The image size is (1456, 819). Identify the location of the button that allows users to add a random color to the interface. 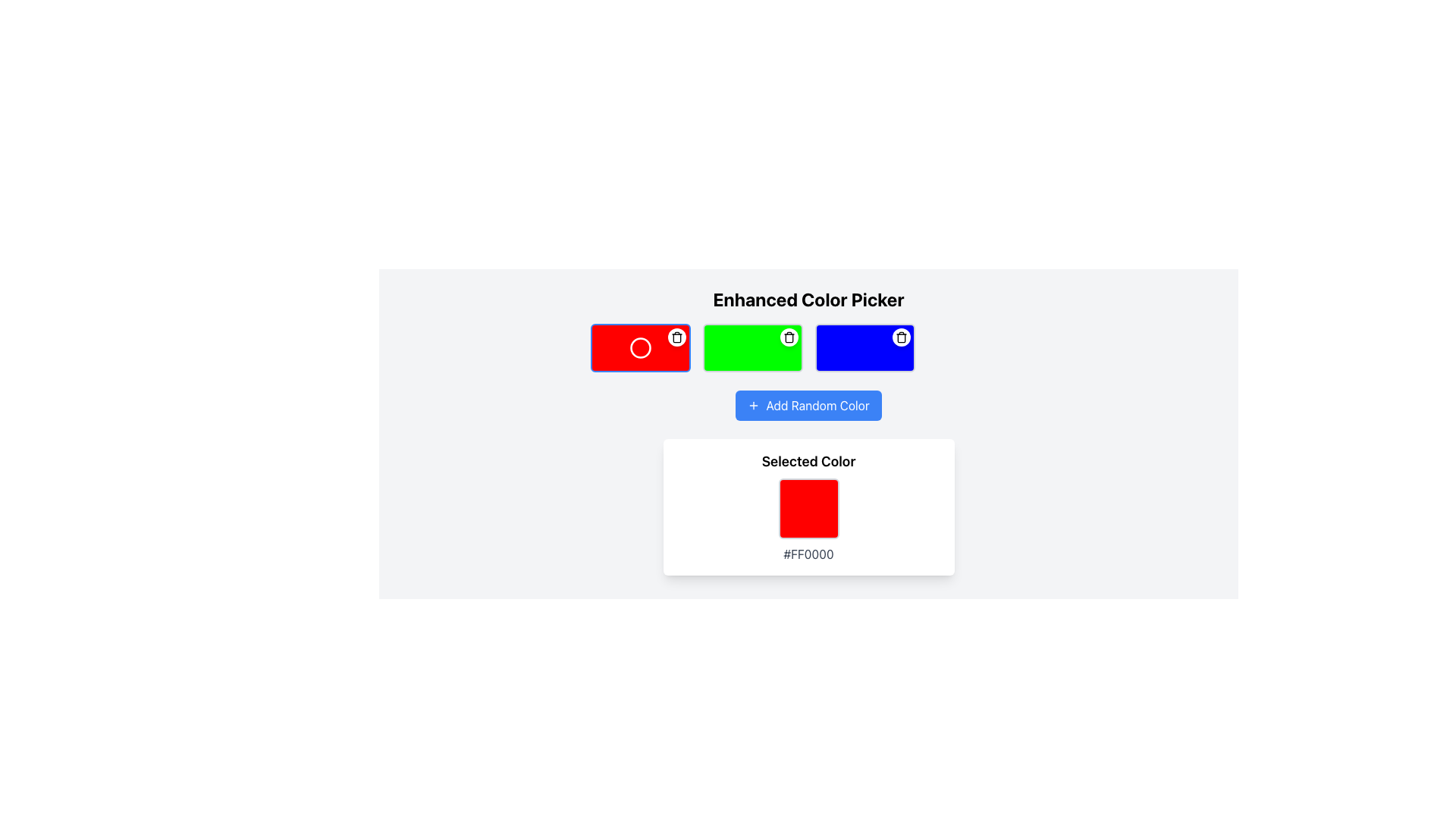
(808, 405).